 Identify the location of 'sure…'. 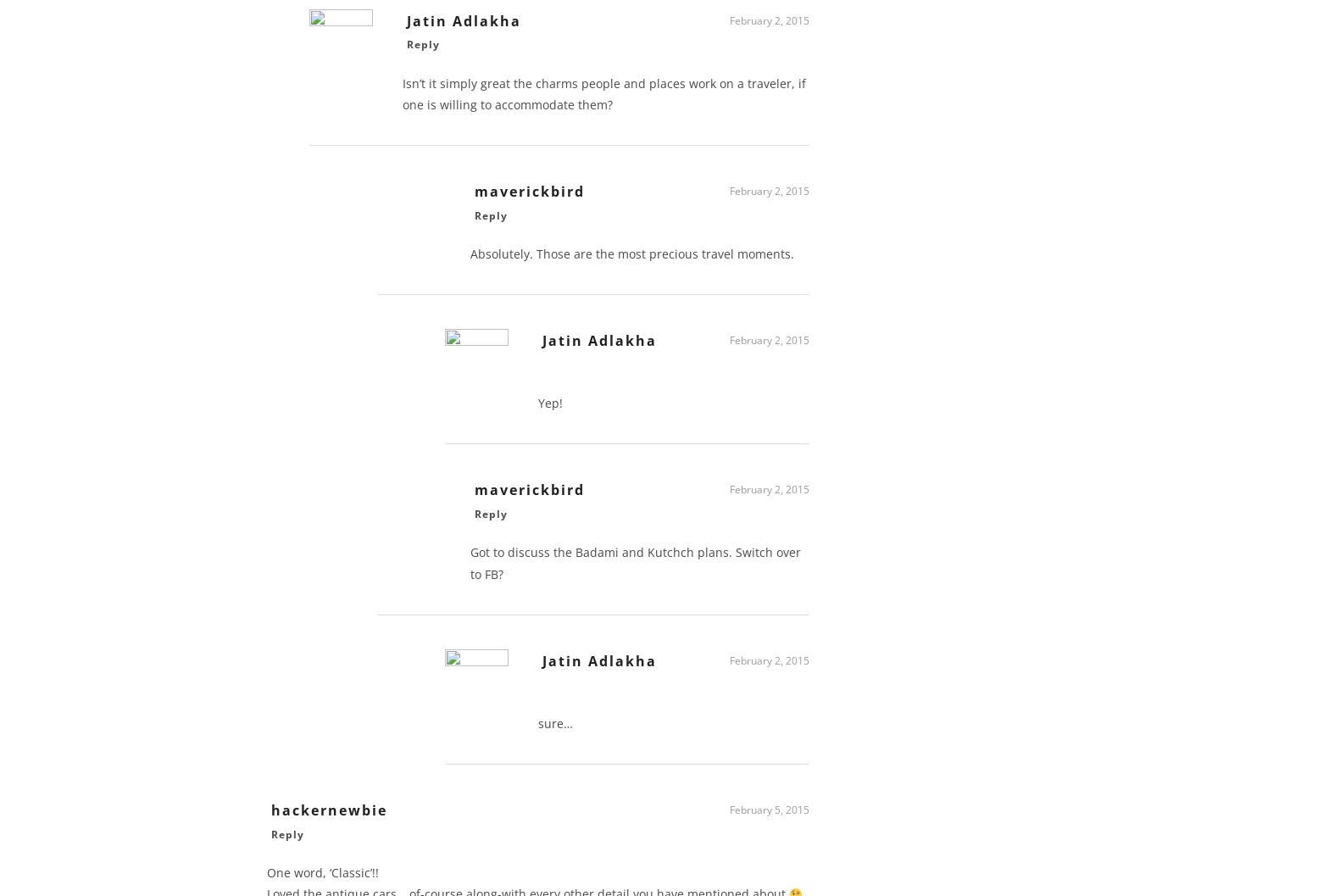
(555, 728).